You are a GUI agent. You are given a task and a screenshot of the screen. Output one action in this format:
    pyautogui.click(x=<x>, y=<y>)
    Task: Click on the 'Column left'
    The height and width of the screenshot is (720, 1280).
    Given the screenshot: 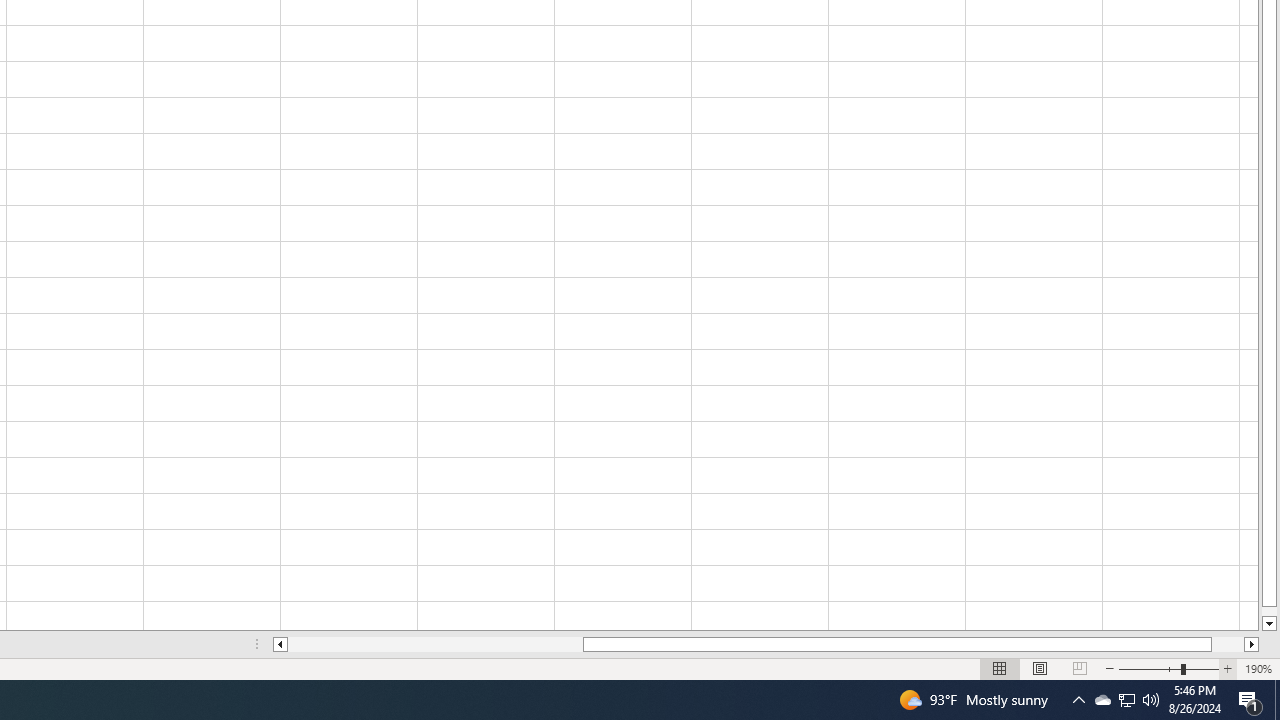 What is the action you would take?
    pyautogui.click(x=278, y=644)
    